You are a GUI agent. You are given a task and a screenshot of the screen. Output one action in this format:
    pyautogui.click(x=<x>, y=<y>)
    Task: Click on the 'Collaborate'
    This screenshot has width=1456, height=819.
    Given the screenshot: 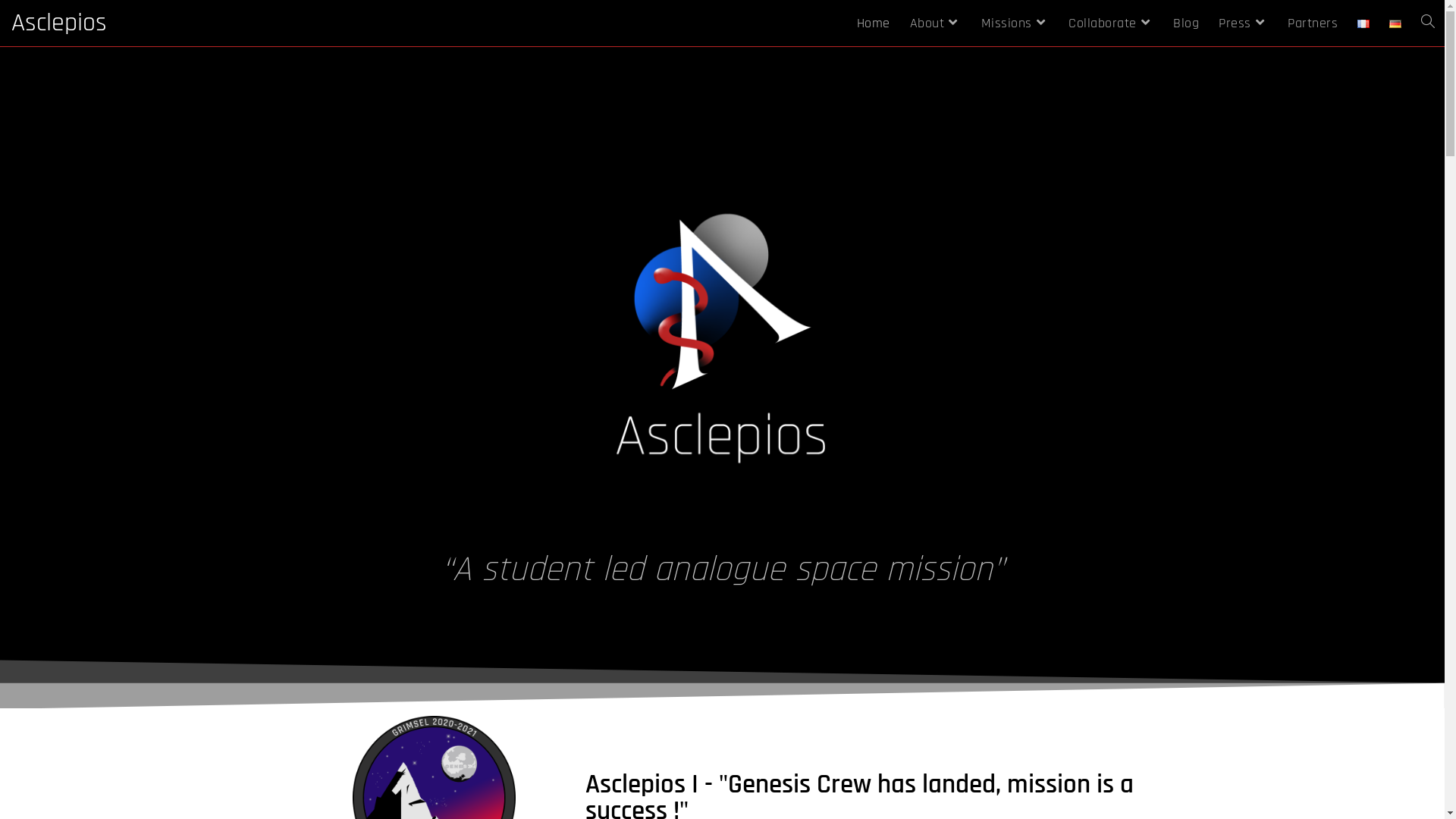 What is the action you would take?
    pyautogui.click(x=1110, y=23)
    